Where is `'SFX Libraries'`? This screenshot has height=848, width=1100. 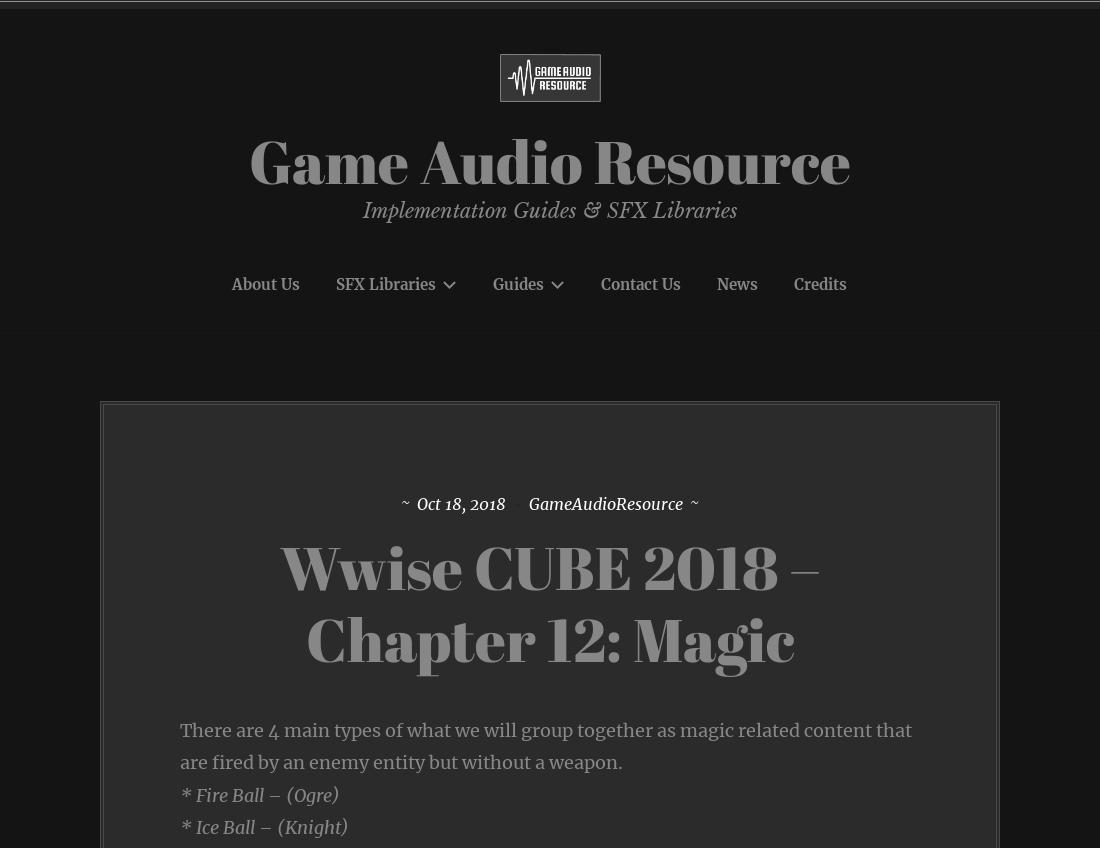 'SFX Libraries' is located at coordinates (385, 283).